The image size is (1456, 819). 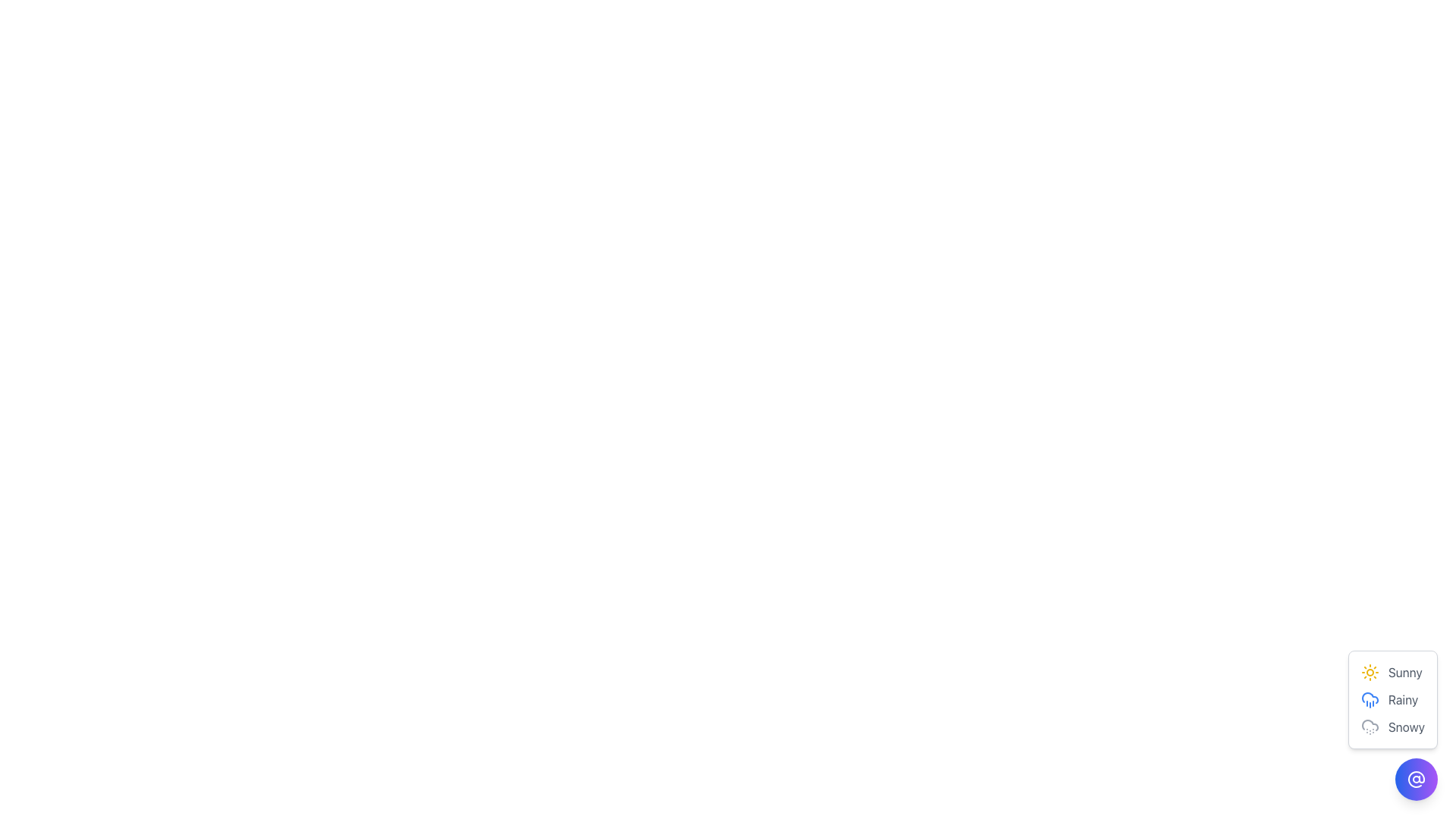 What do you see at coordinates (1392, 699) in the screenshot?
I see `the rainy weather icon with label in the weather-related interface` at bounding box center [1392, 699].